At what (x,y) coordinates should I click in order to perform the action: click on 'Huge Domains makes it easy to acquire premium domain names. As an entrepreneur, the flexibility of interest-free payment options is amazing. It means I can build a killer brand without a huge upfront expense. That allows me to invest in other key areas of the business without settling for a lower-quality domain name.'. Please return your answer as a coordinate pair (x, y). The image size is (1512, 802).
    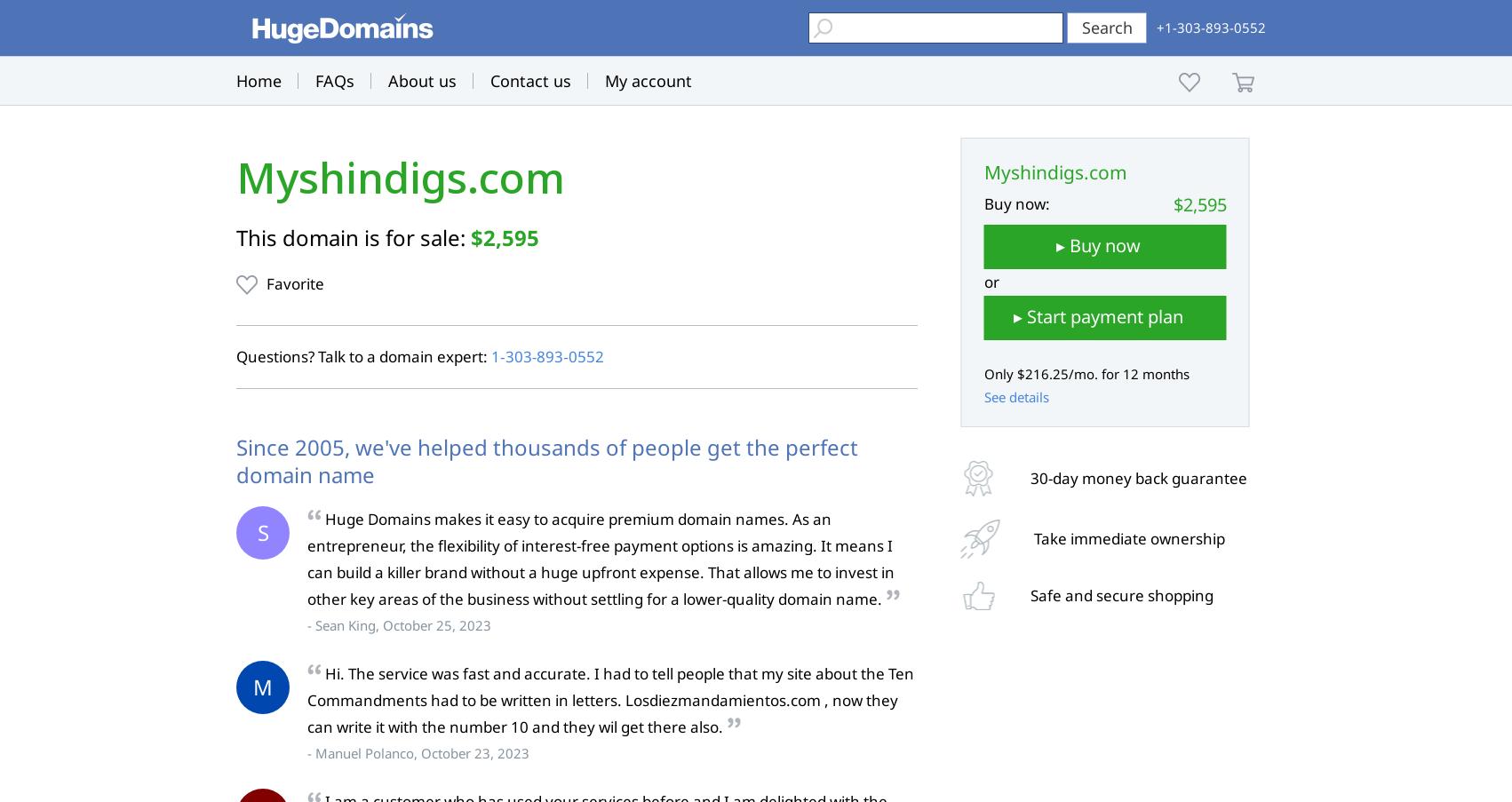
    Looking at the image, I should click on (601, 559).